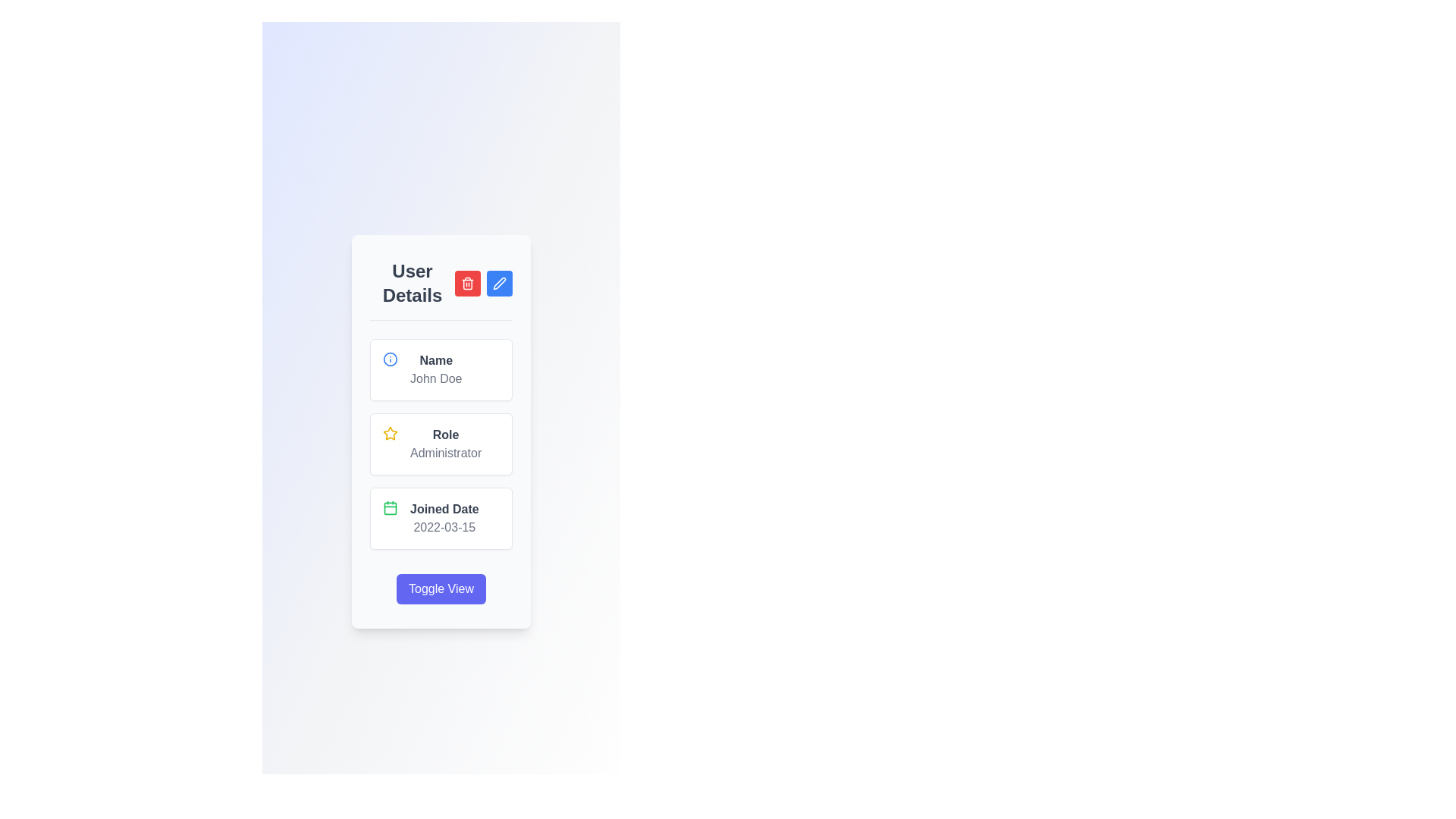  Describe the element at coordinates (390, 507) in the screenshot. I see `the 'Joined Date' icon, which visually indicates the concept of a date or calendar, located at the bottom of the panel to the left of the 'Joined Date' label` at that location.